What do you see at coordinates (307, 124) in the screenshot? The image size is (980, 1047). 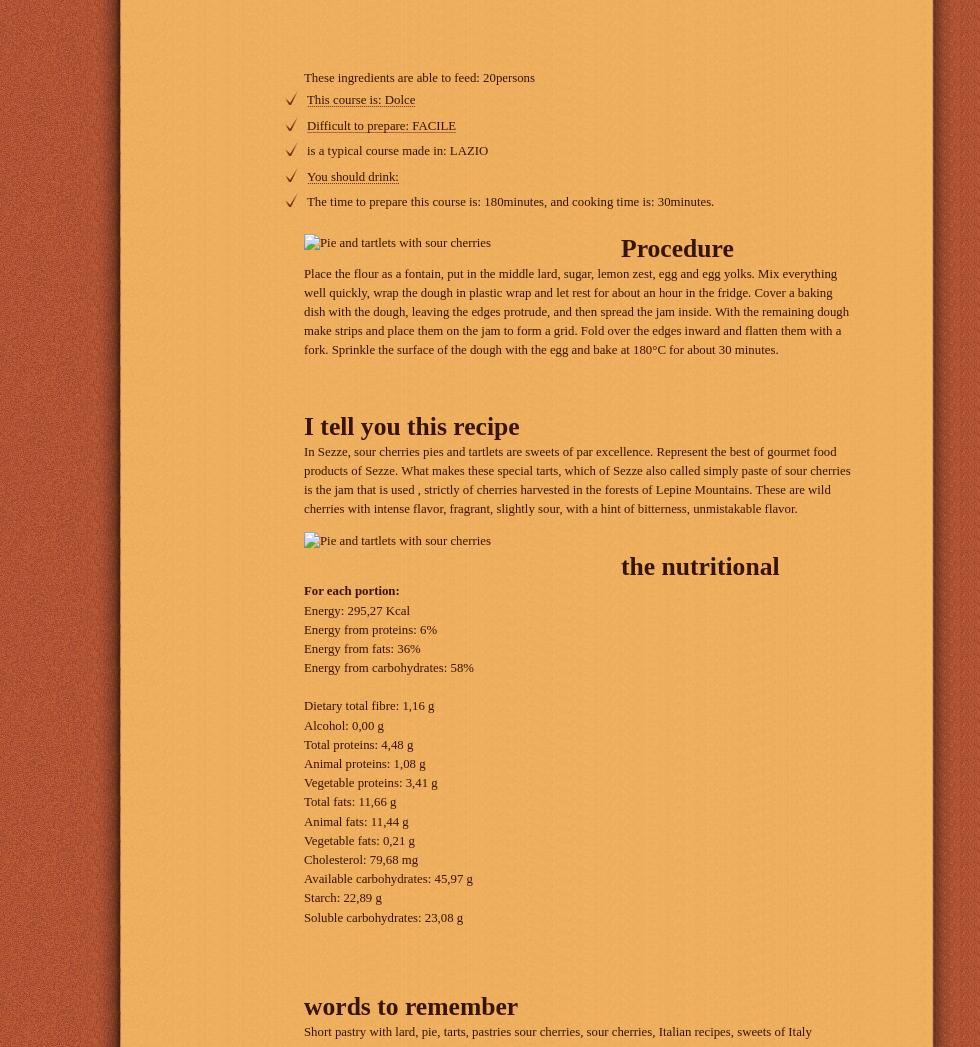 I see `'Difficult to prepare: FACILE'` at bounding box center [307, 124].